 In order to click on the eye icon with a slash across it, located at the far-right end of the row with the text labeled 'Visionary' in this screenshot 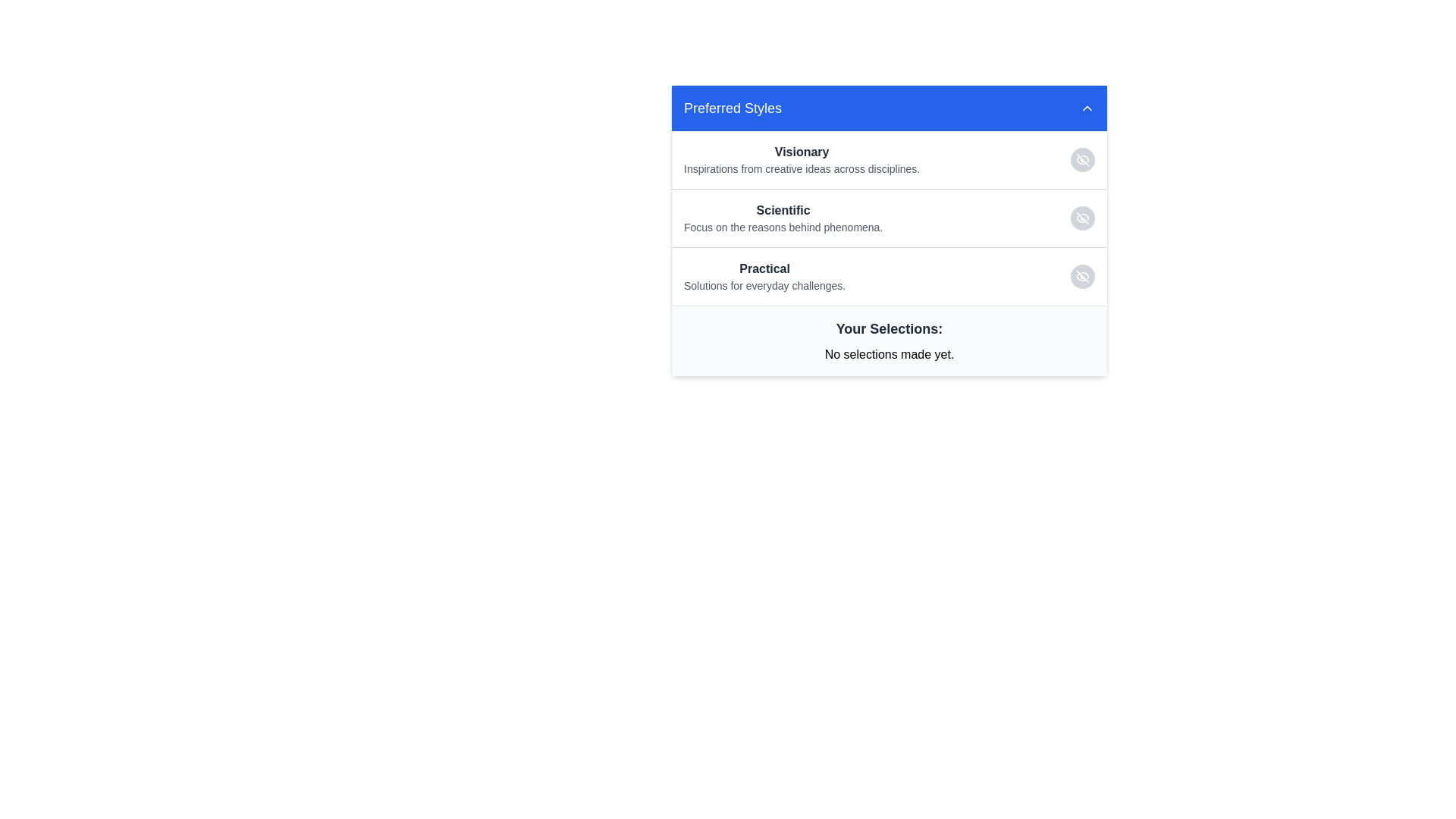, I will do `click(1082, 160)`.